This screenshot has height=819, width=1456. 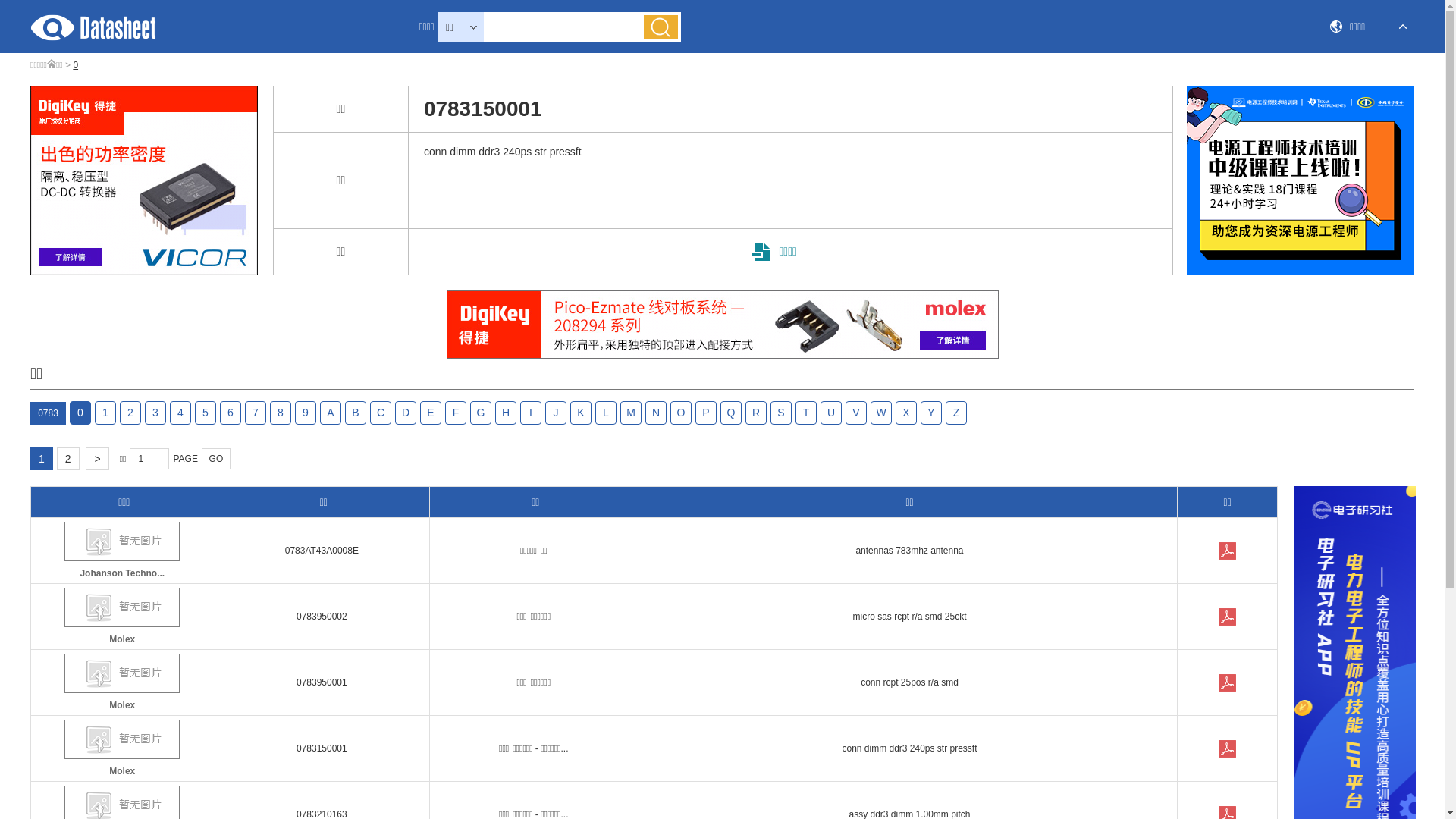 I want to click on 'R', so click(x=756, y=413).